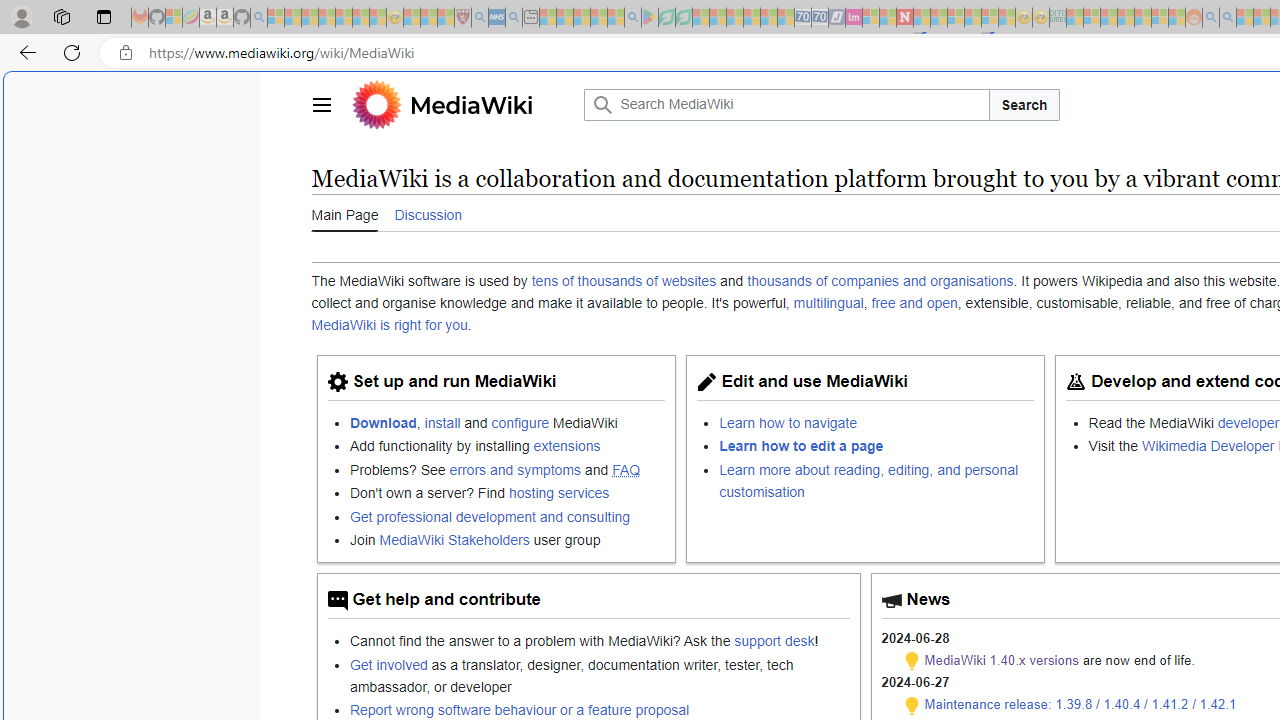  What do you see at coordinates (1227, 17) in the screenshot?
I see `'Utah sues federal government - Search - Sleeping'` at bounding box center [1227, 17].